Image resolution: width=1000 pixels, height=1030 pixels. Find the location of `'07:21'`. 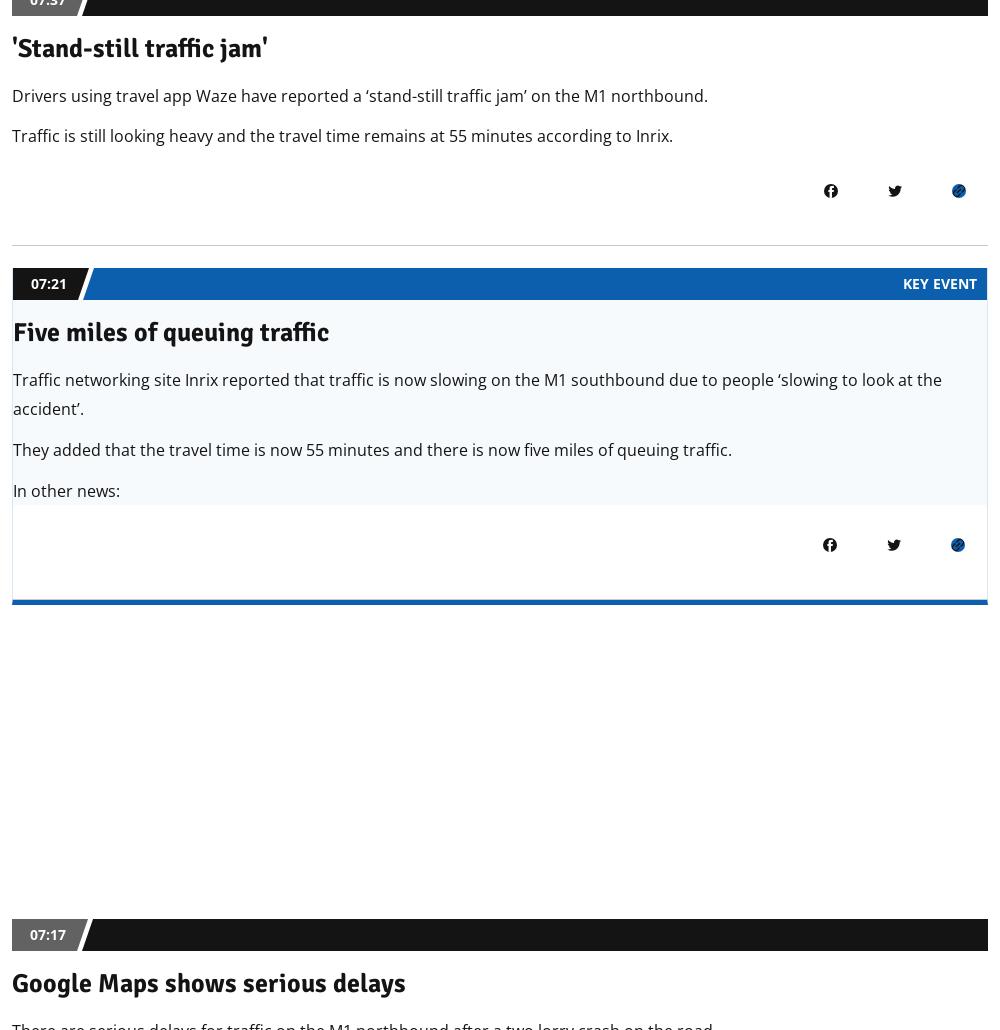

'07:21' is located at coordinates (49, 282).